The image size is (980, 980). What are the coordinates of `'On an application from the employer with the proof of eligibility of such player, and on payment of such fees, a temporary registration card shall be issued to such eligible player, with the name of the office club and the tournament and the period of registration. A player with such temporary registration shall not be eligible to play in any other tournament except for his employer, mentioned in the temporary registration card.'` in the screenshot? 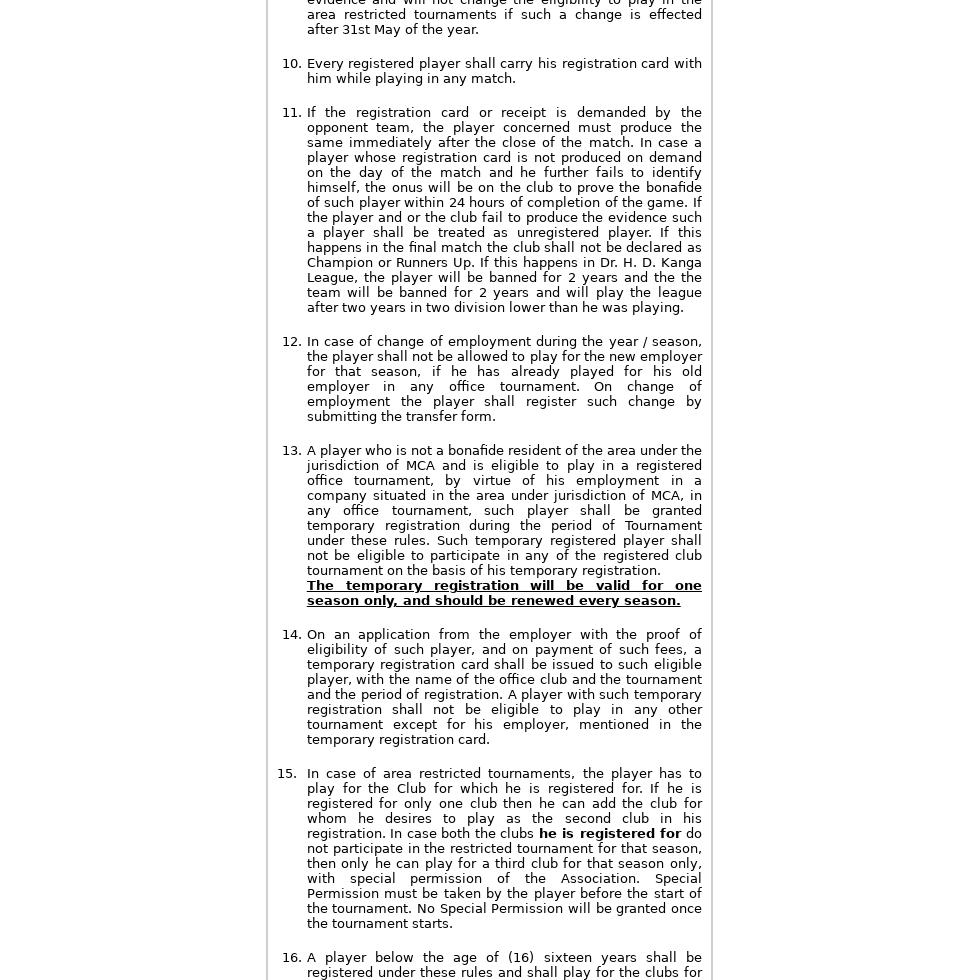 It's located at (503, 686).